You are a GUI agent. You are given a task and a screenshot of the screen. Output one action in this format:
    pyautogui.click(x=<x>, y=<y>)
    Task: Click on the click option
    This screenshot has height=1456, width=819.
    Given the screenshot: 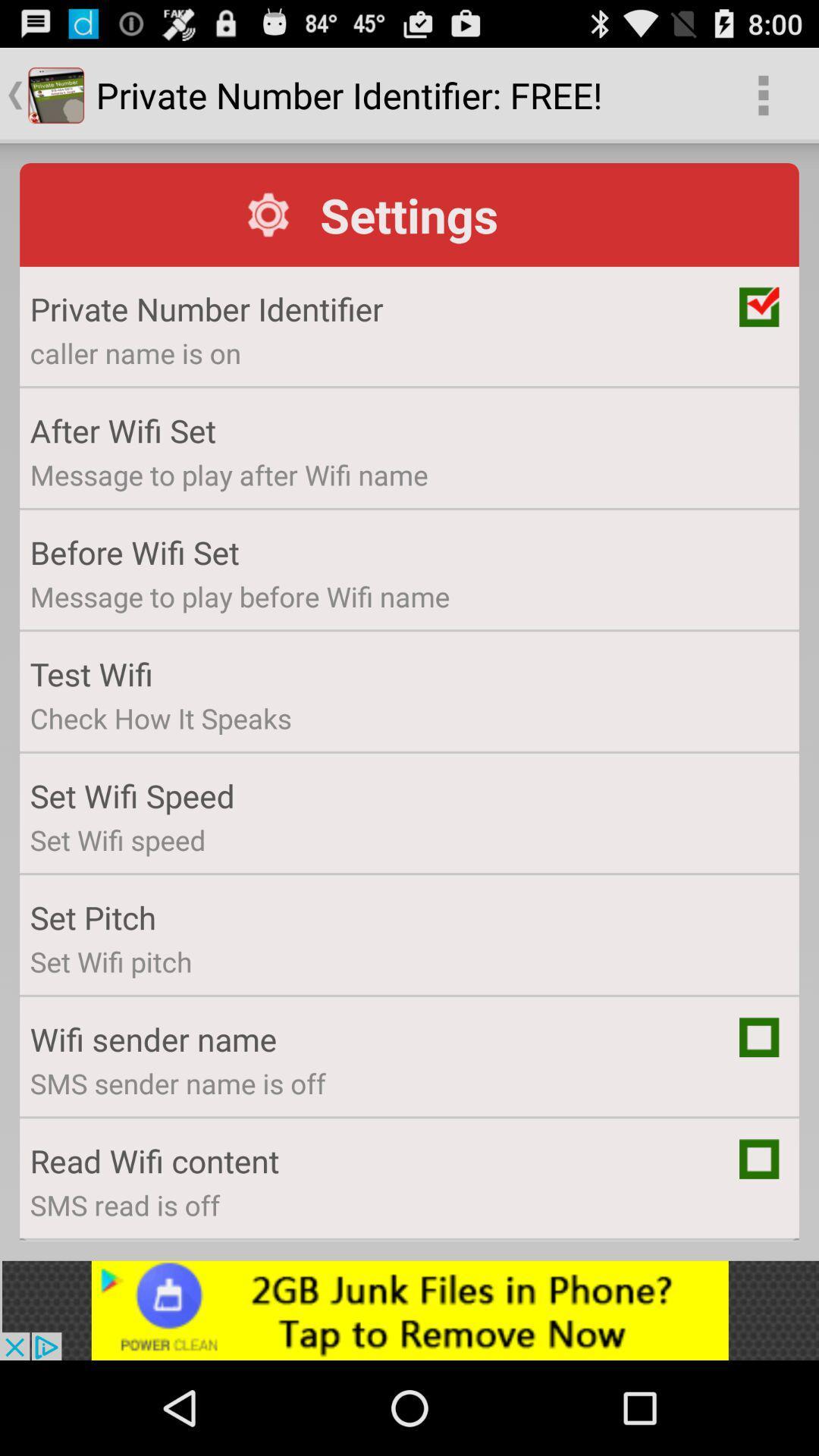 What is the action you would take?
    pyautogui.click(x=759, y=1037)
    